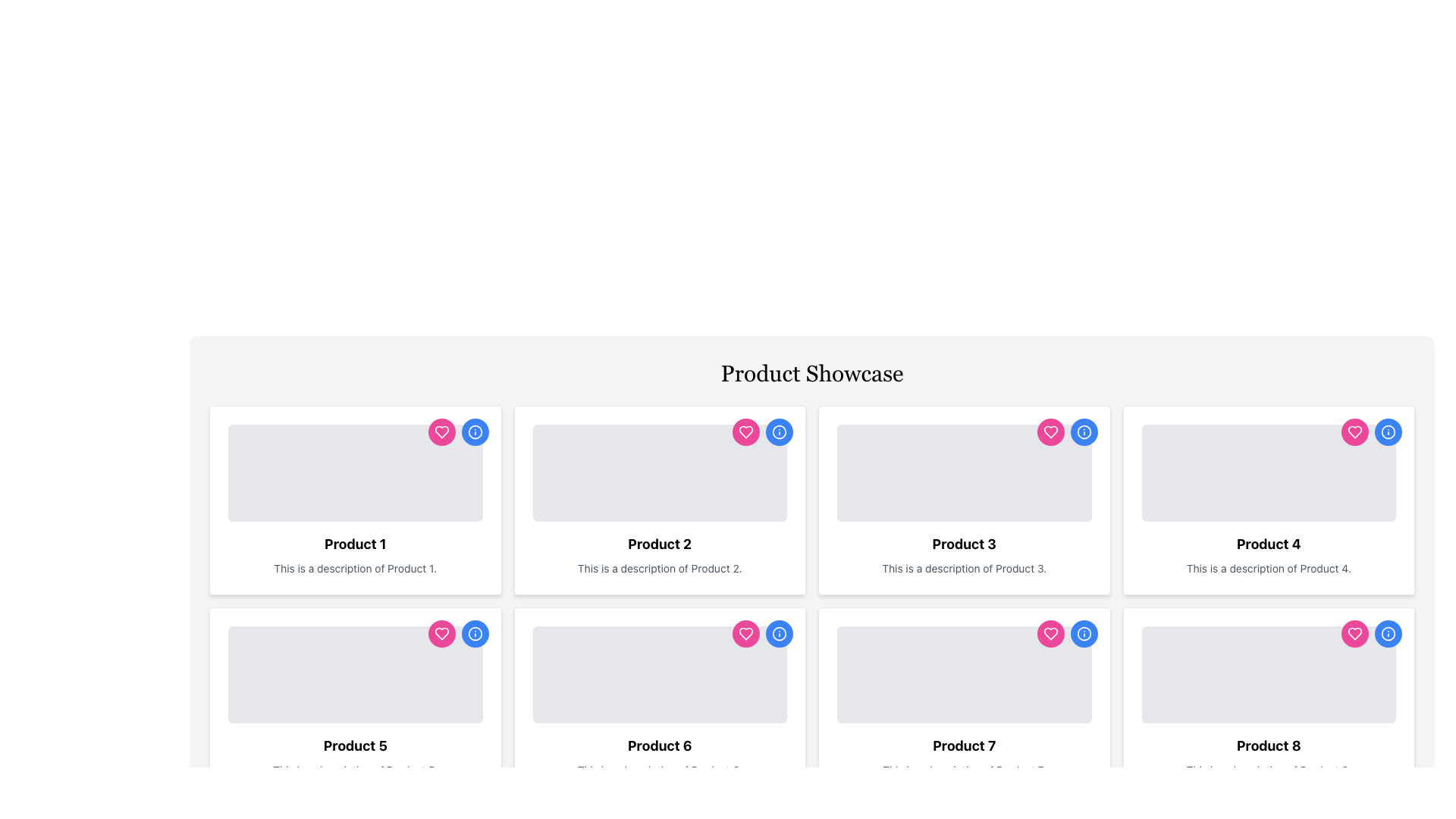 The height and width of the screenshot is (819, 1456). Describe the element at coordinates (1050, 432) in the screenshot. I see `the leftmost icon button in the top-right corner of 'Product 3'` at that location.